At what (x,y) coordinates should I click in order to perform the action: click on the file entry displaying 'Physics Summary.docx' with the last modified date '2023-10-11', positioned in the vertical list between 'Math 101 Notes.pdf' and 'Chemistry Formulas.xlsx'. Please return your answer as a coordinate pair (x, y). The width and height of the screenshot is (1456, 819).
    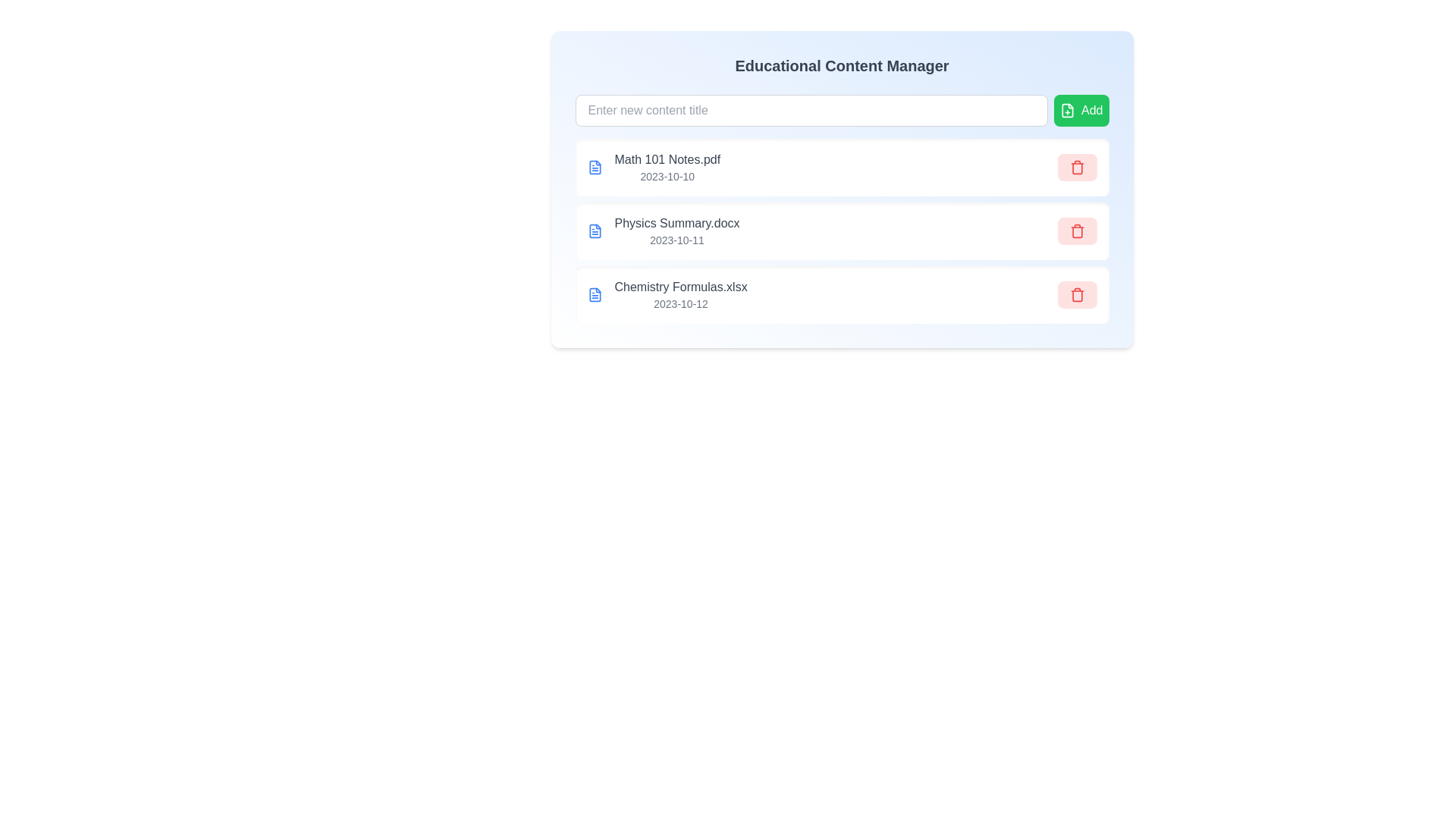
    Looking at the image, I should click on (663, 231).